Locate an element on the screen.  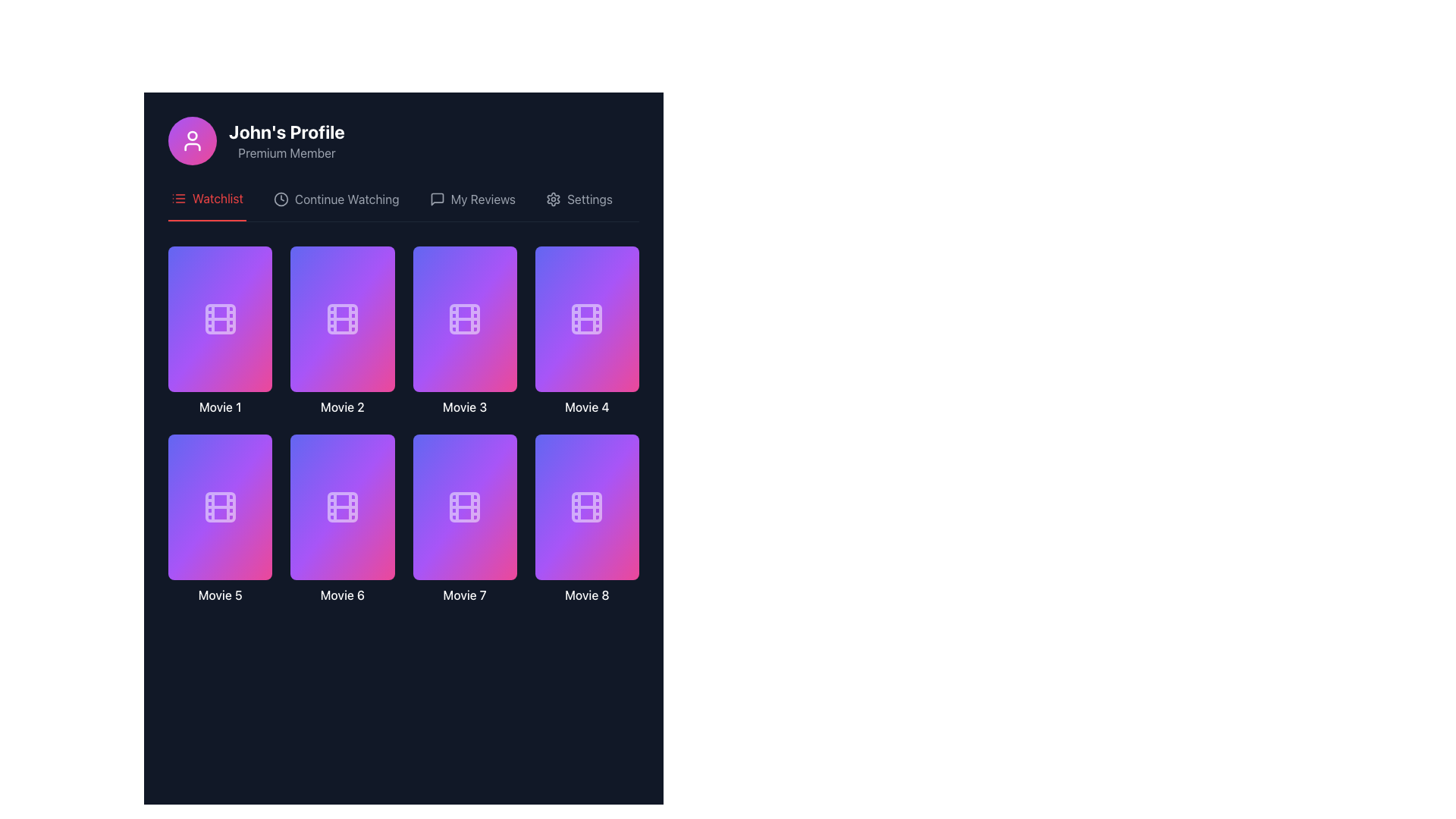
the decorative rectangular icon within the film roll icon on the media card labeled 'Movie 4', located in the second row, fourth column of the grid is located at coordinates (586, 318).